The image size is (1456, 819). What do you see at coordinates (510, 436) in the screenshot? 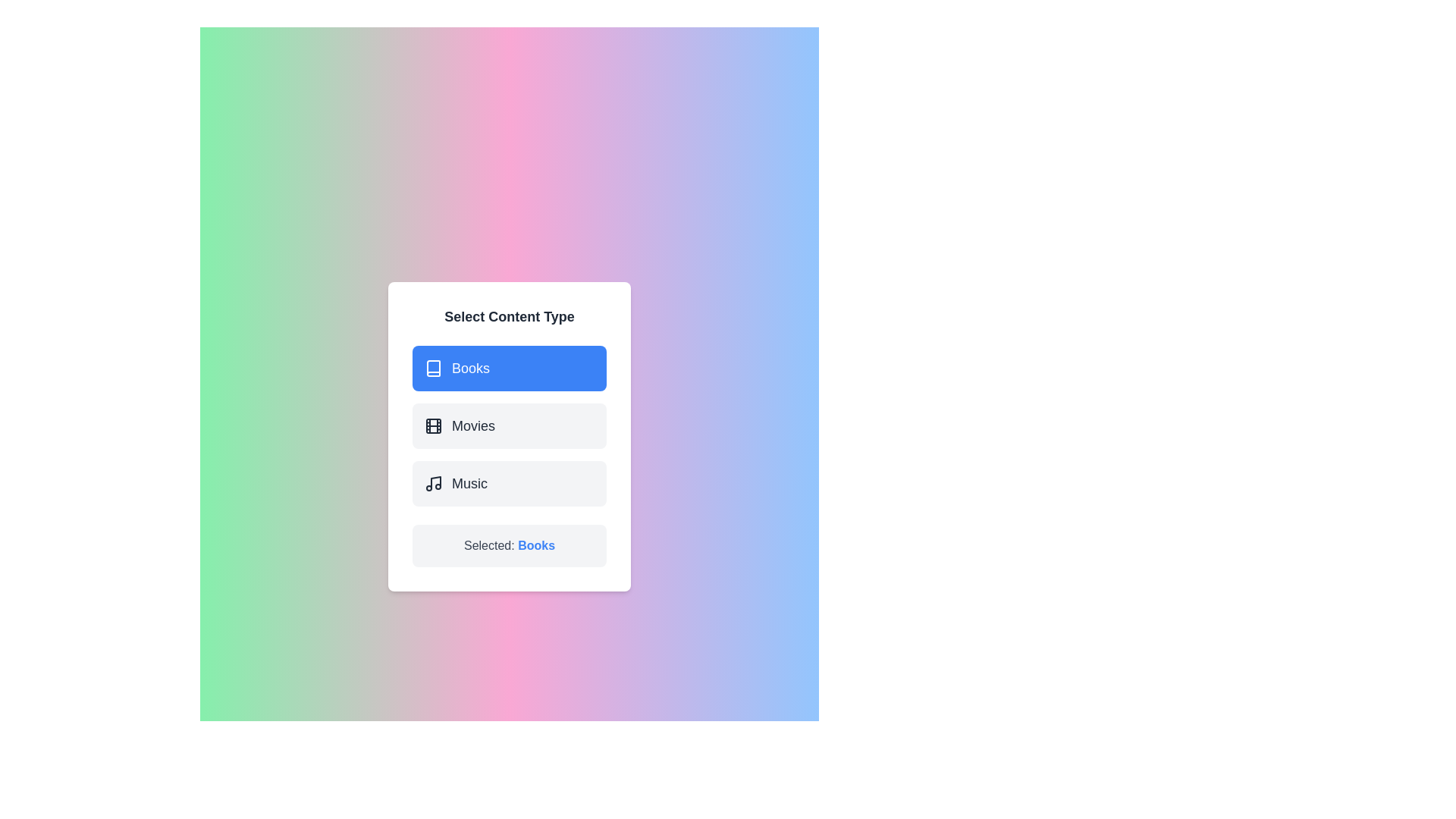
I see `the 'Movies' button, which is a rectangular button with a light gray background and dark gray text, using keyboard controls` at bounding box center [510, 436].